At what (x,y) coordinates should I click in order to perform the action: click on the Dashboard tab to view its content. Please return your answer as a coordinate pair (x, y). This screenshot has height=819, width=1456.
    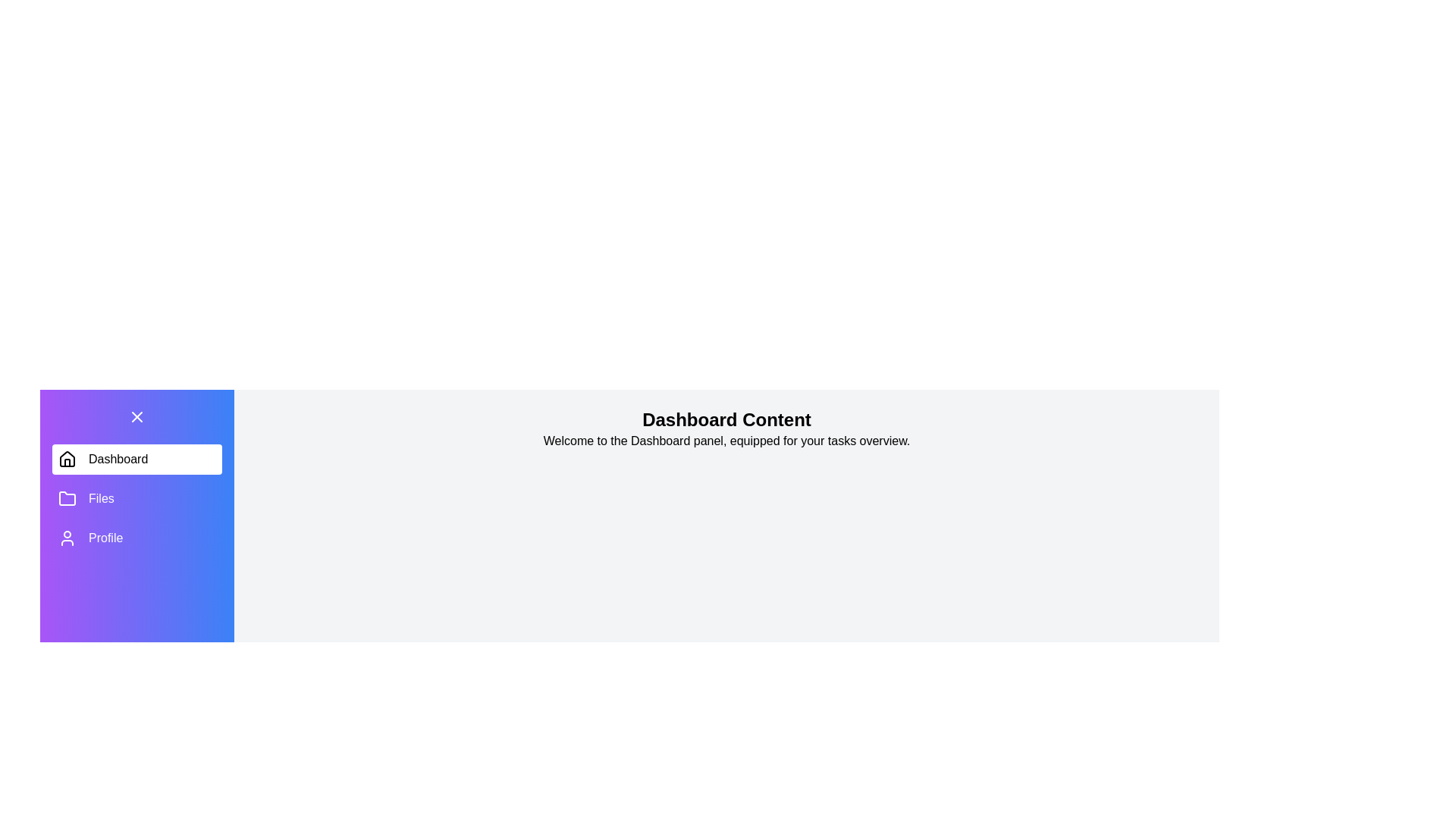
    Looking at the image, I should click on (137, 458).